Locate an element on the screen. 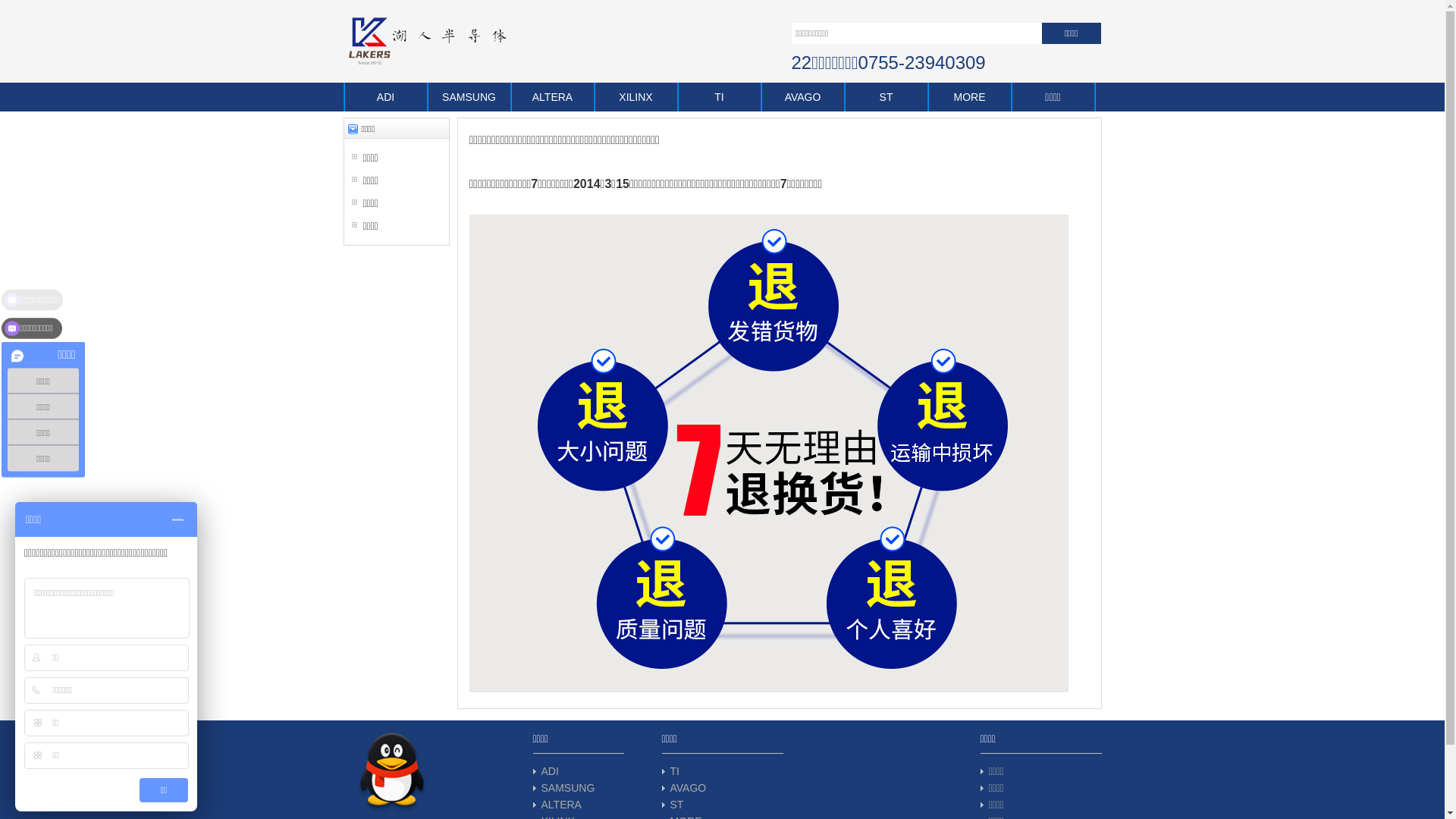 The height and width of the screenshot is (819, 1456). 'AVAGO' is located at coordinates (761, 96).